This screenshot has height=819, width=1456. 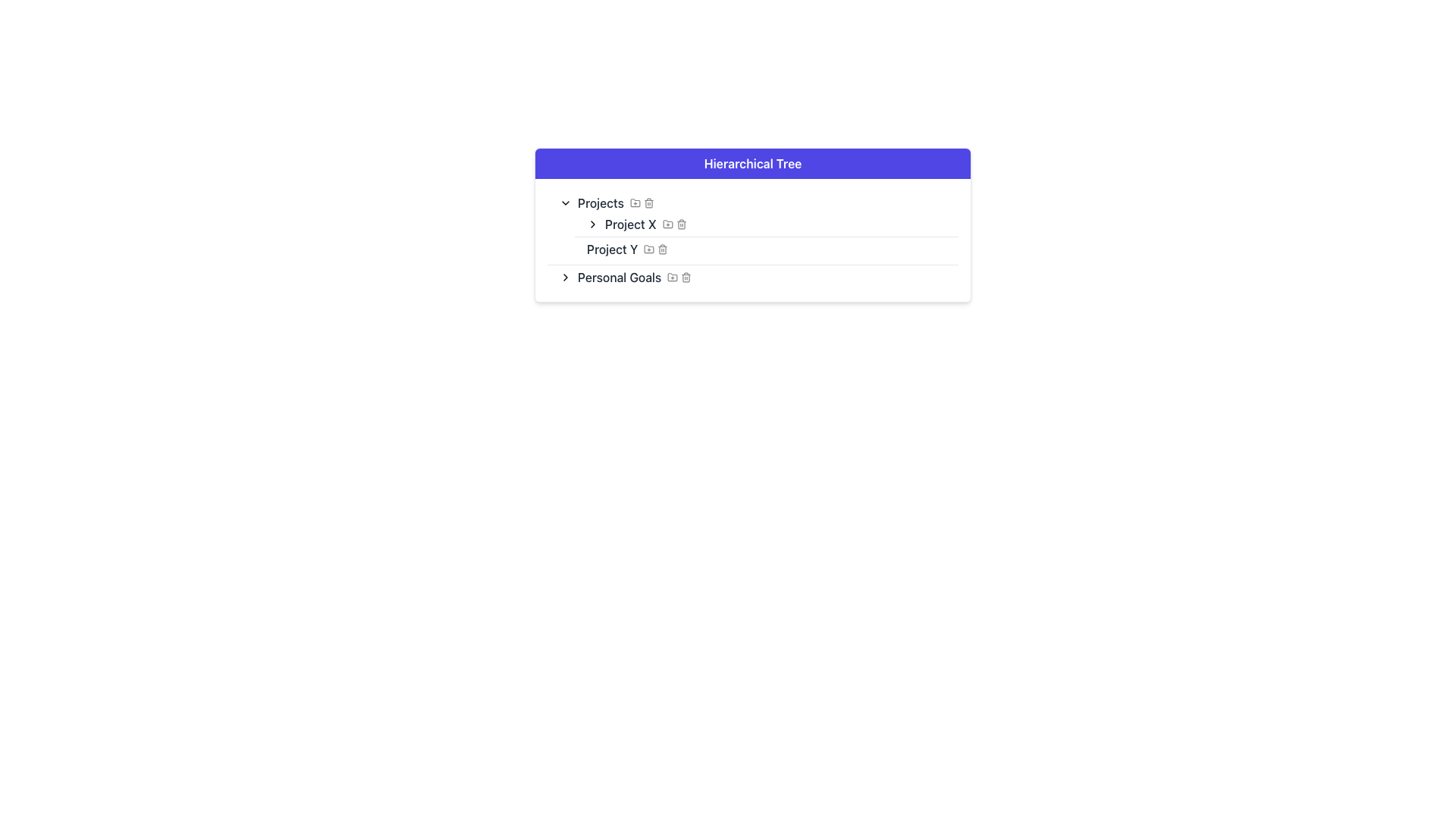 I want to click on the button located in the second position of the icon group under 'Project Y' in the 'Hierarchical Tree' section, so click(x=649, y=248).